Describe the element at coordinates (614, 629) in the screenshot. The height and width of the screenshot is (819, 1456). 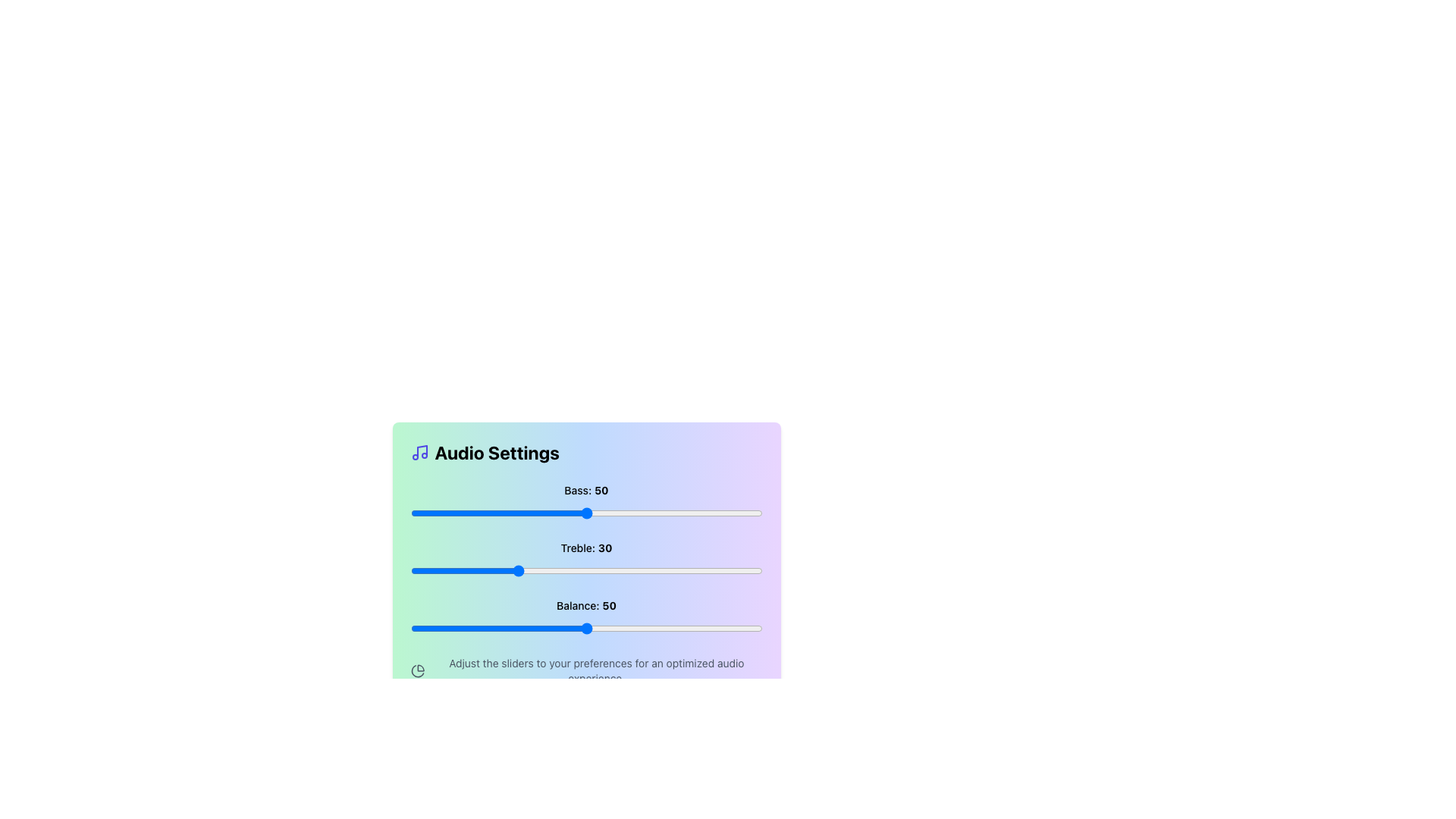
I see `balance` at that location.